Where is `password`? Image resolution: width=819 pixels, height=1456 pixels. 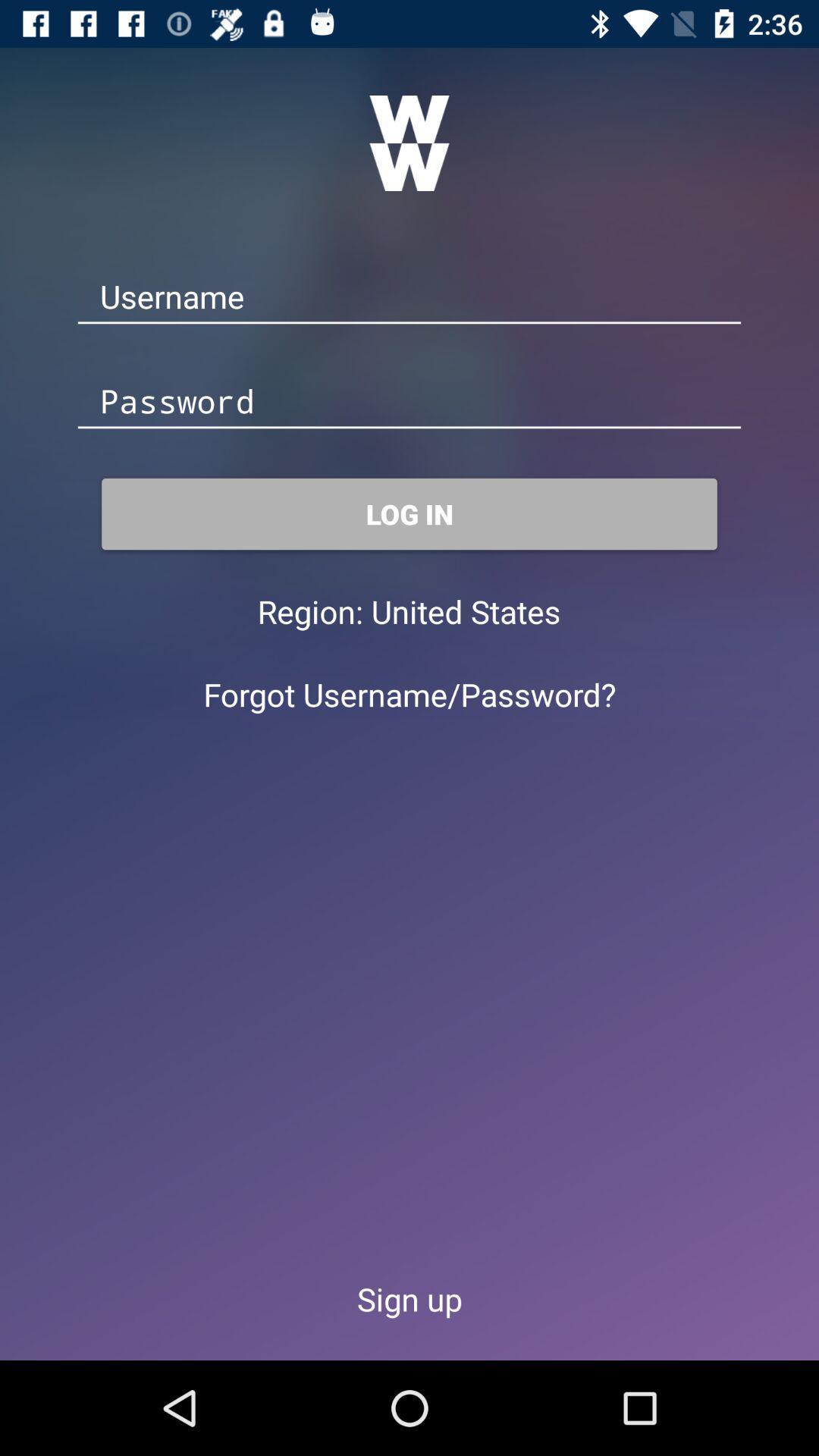
password is located at coordinates (409, 403).